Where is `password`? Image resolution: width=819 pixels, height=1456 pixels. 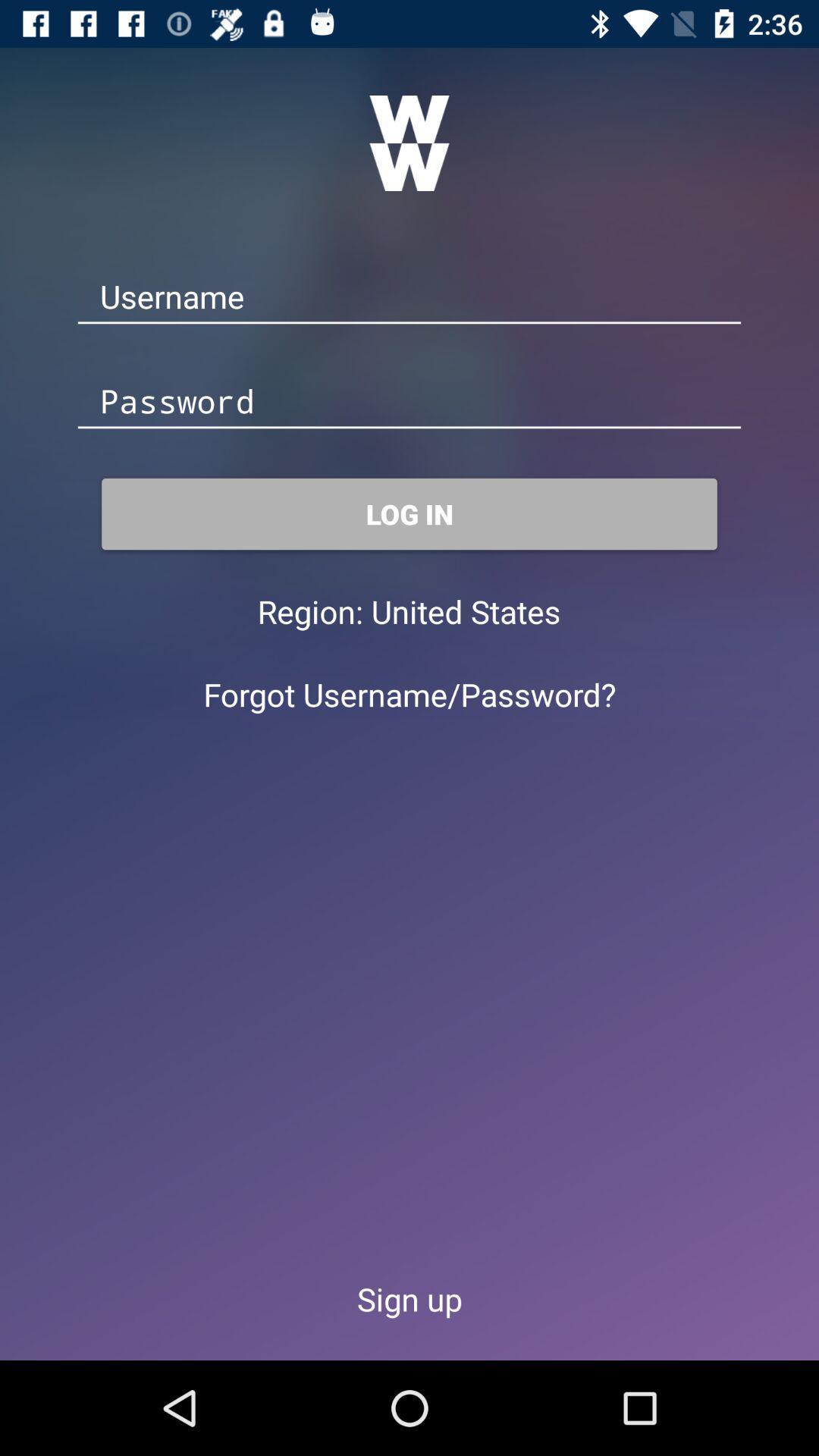
password is located at coordinates (409, 403).